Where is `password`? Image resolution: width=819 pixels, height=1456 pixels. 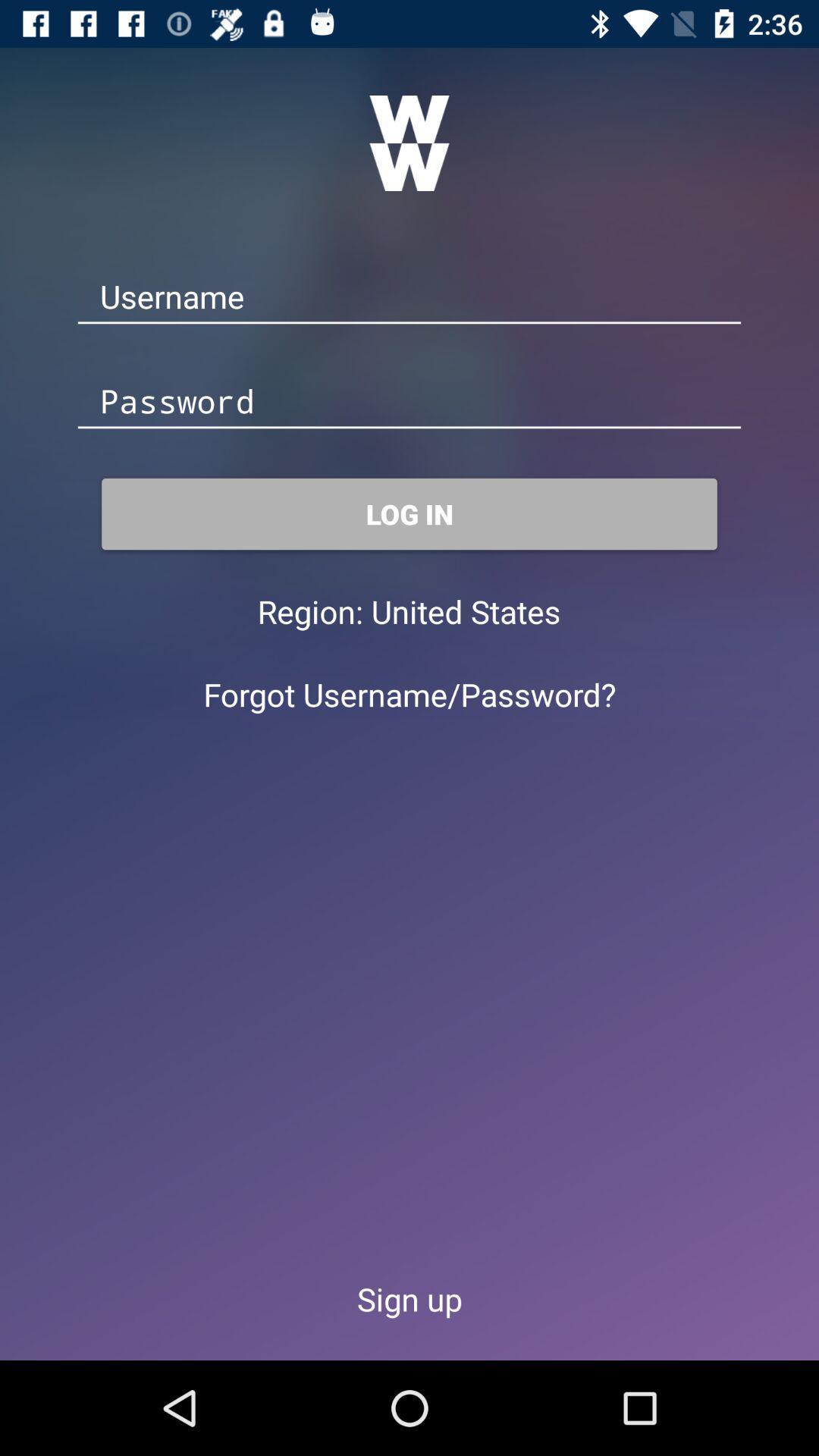
password is located at coordinates (409, 403).